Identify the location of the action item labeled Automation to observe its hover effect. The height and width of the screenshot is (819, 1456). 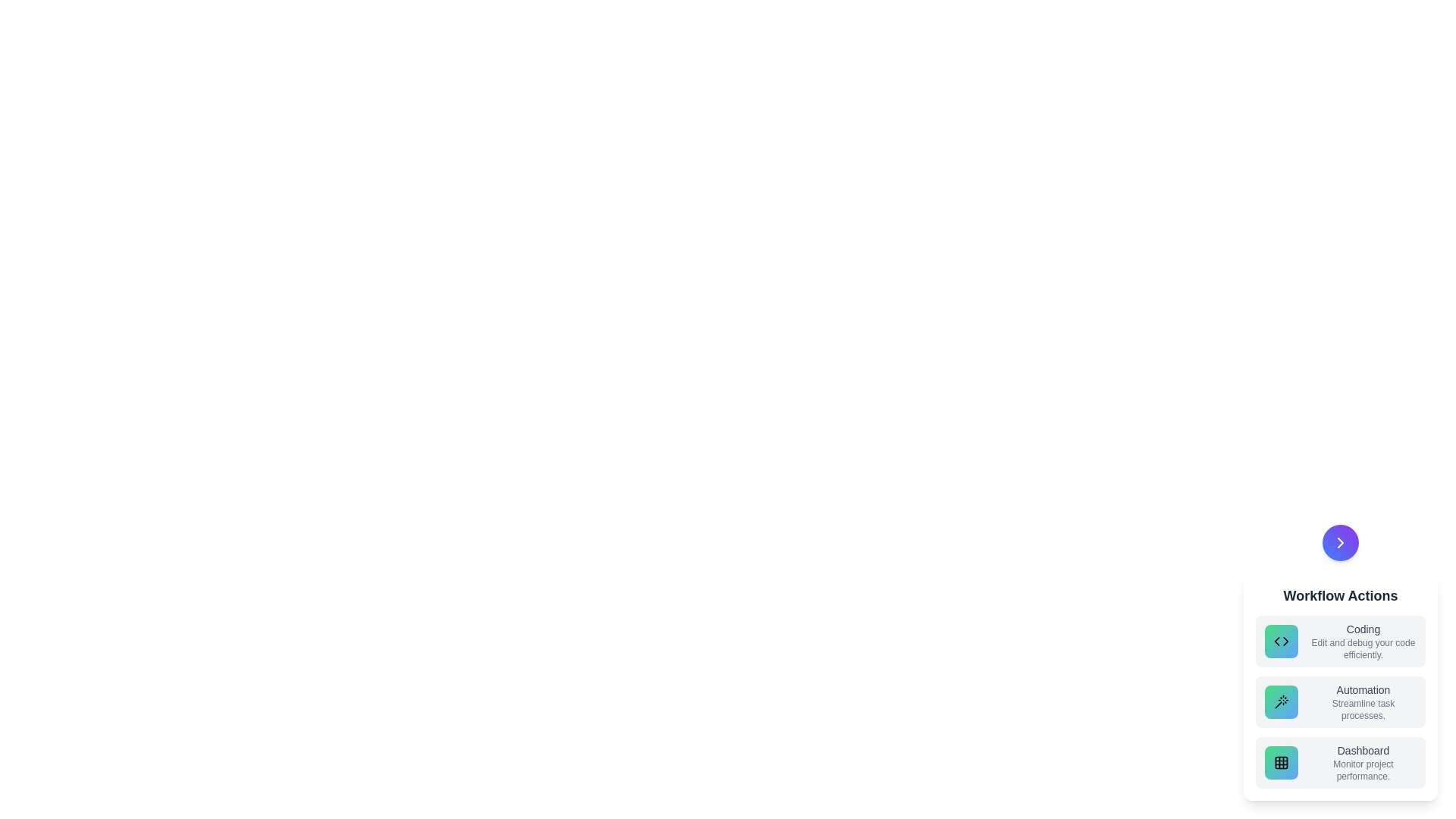
(1340, 701).